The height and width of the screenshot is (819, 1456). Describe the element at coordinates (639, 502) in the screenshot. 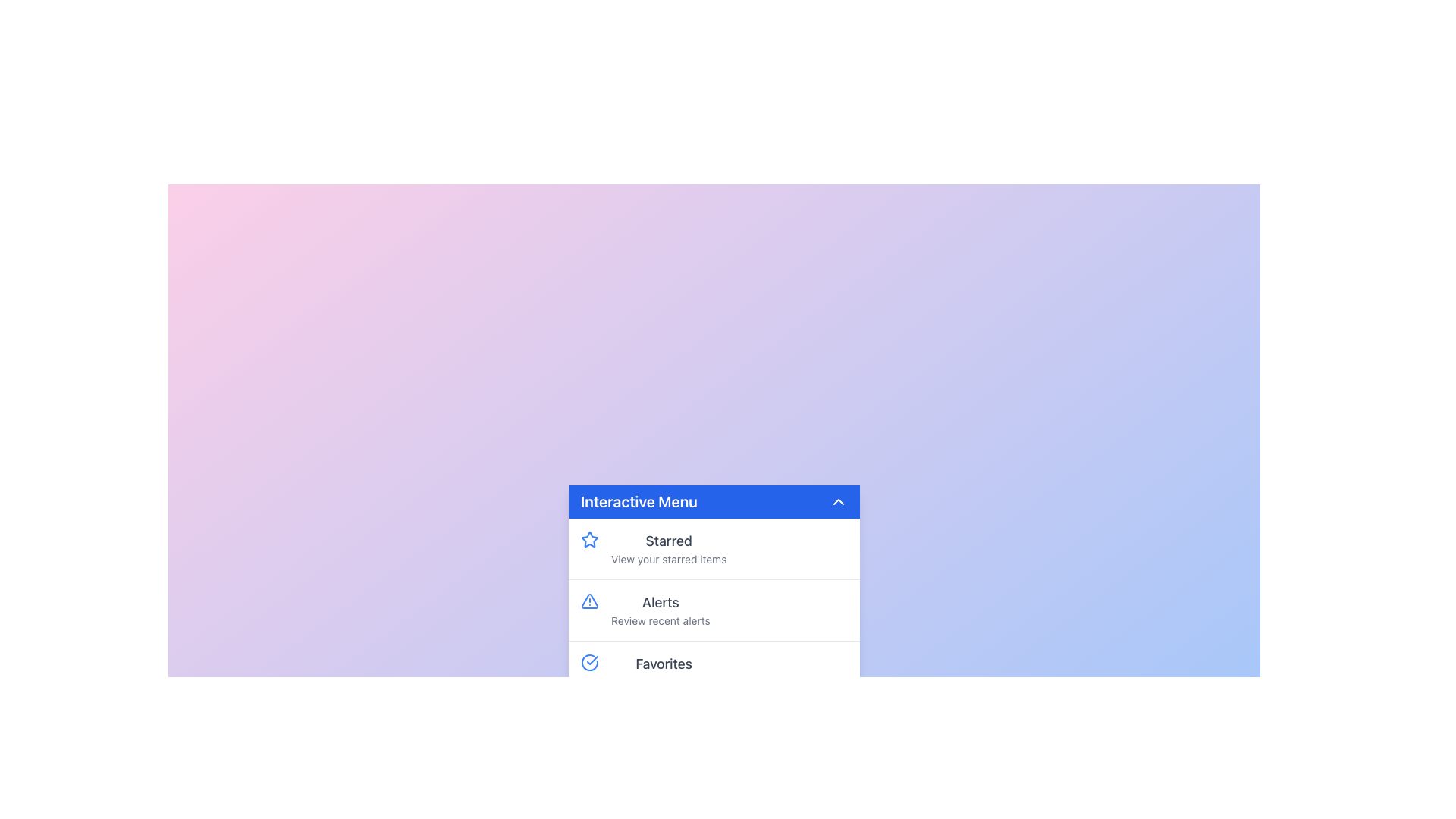

I see `the Text Label that serves as a title for the menu panel, positioned in the upper-left part of a blue bar at the top of the drop-down menu` at that location.